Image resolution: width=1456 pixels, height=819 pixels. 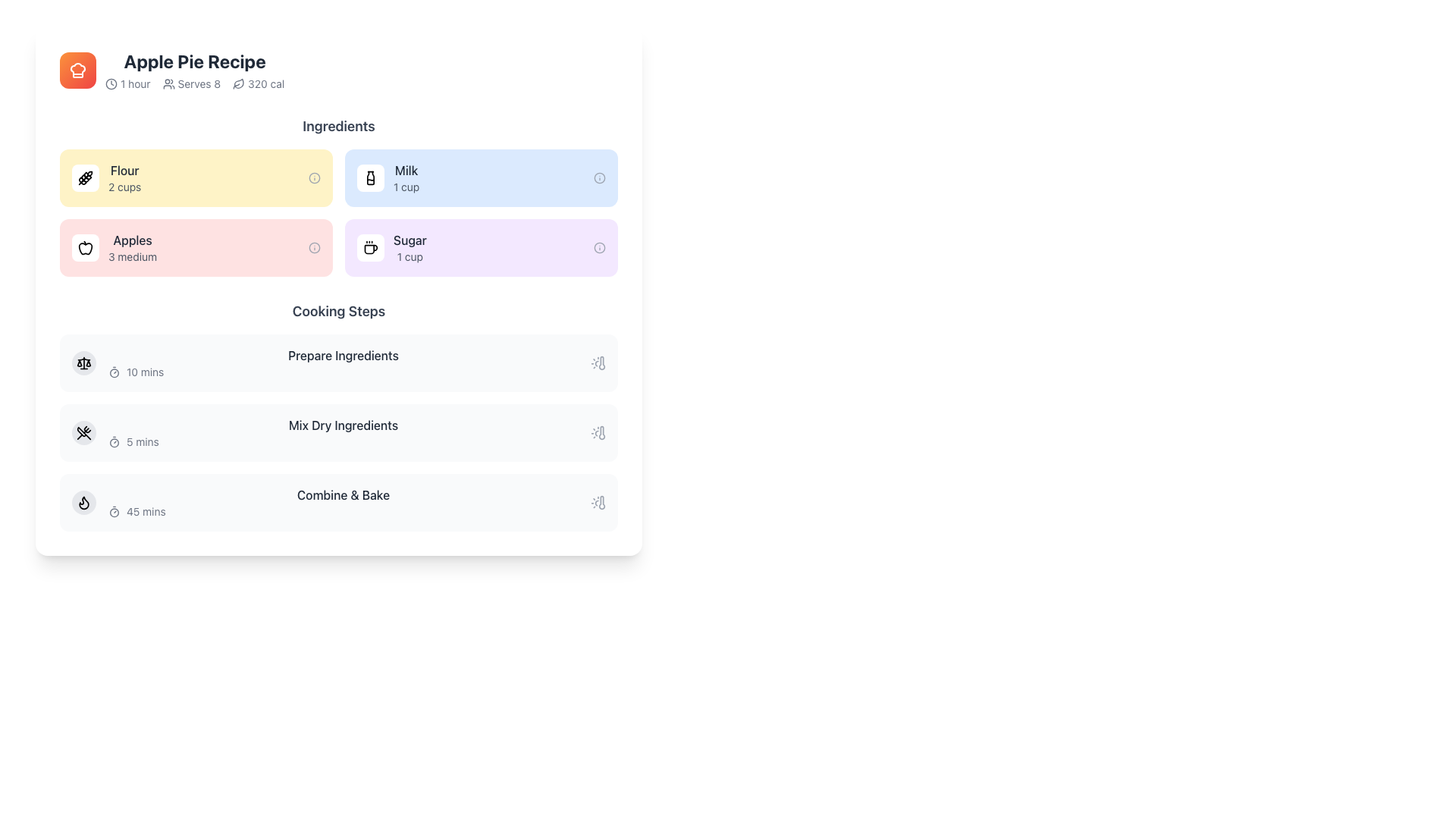 What do you see at coordinates (342, 356) in the screenshot?
I see `the text element displaying 'Prepare Ingredients'` at bounding box center [342, 356].